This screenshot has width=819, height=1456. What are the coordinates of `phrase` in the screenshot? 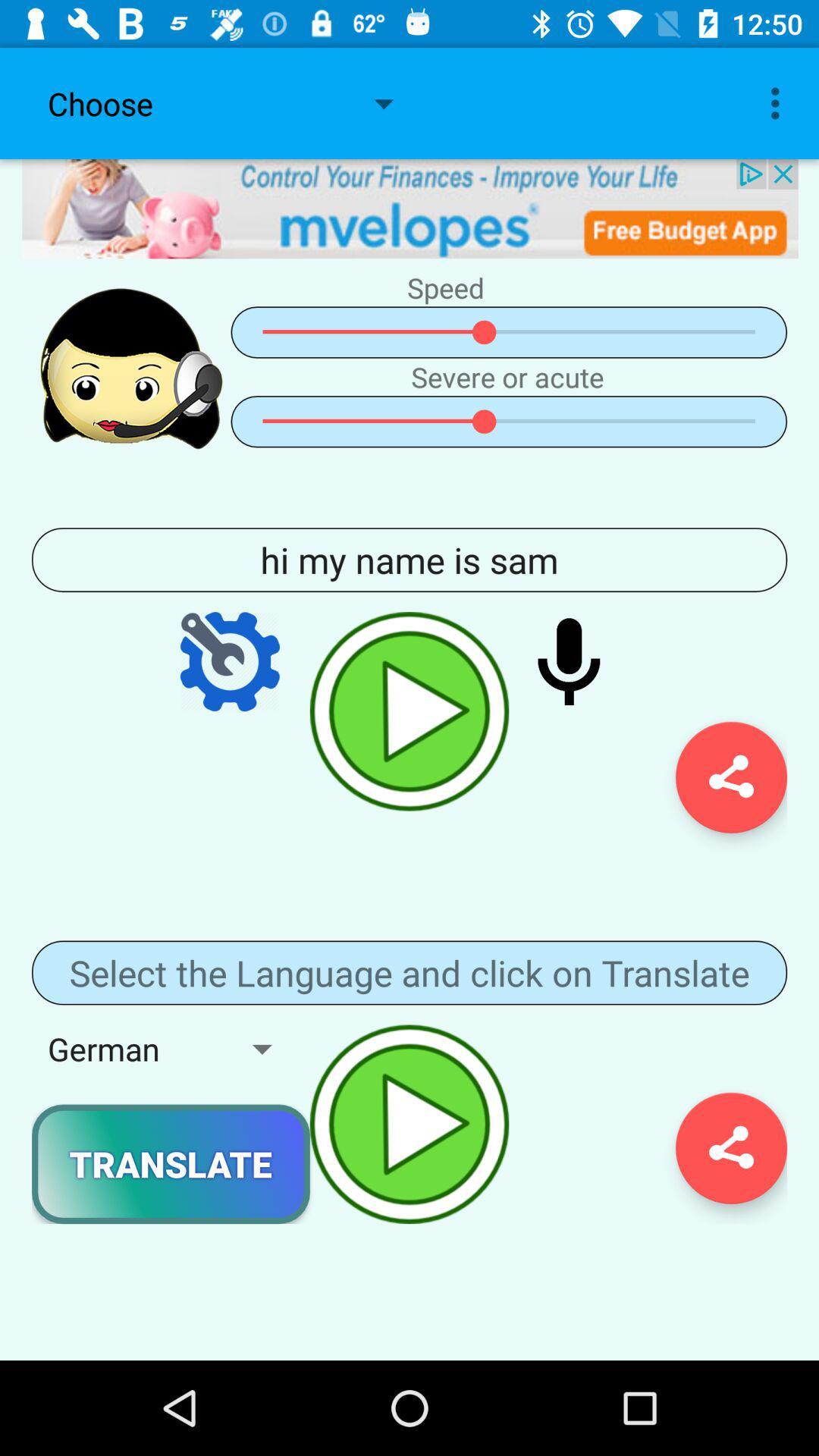 It's located at (409, 711).